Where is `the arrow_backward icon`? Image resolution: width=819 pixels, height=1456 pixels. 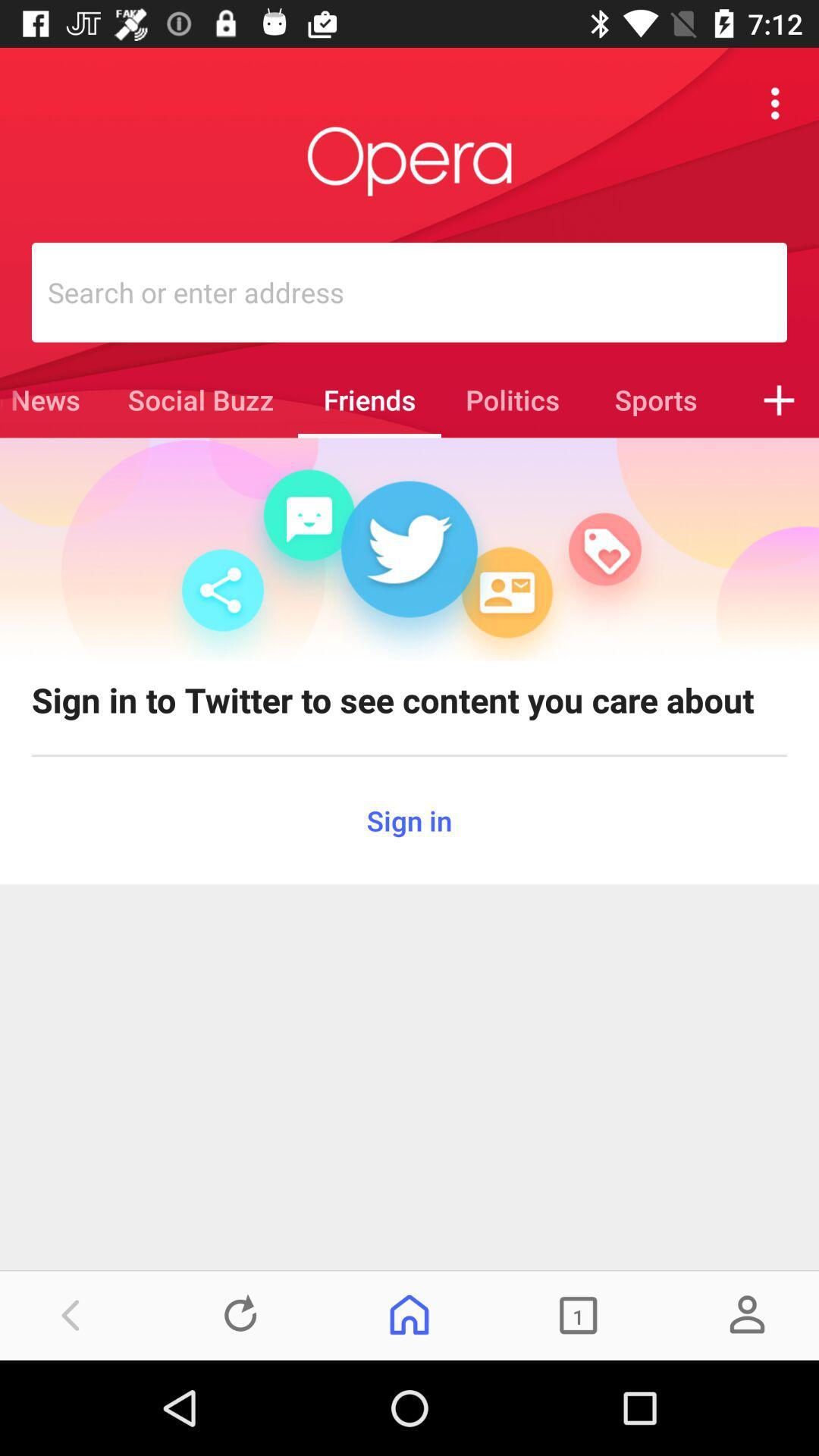
the arrow_backward icon is located at coordinates (71, 1314).